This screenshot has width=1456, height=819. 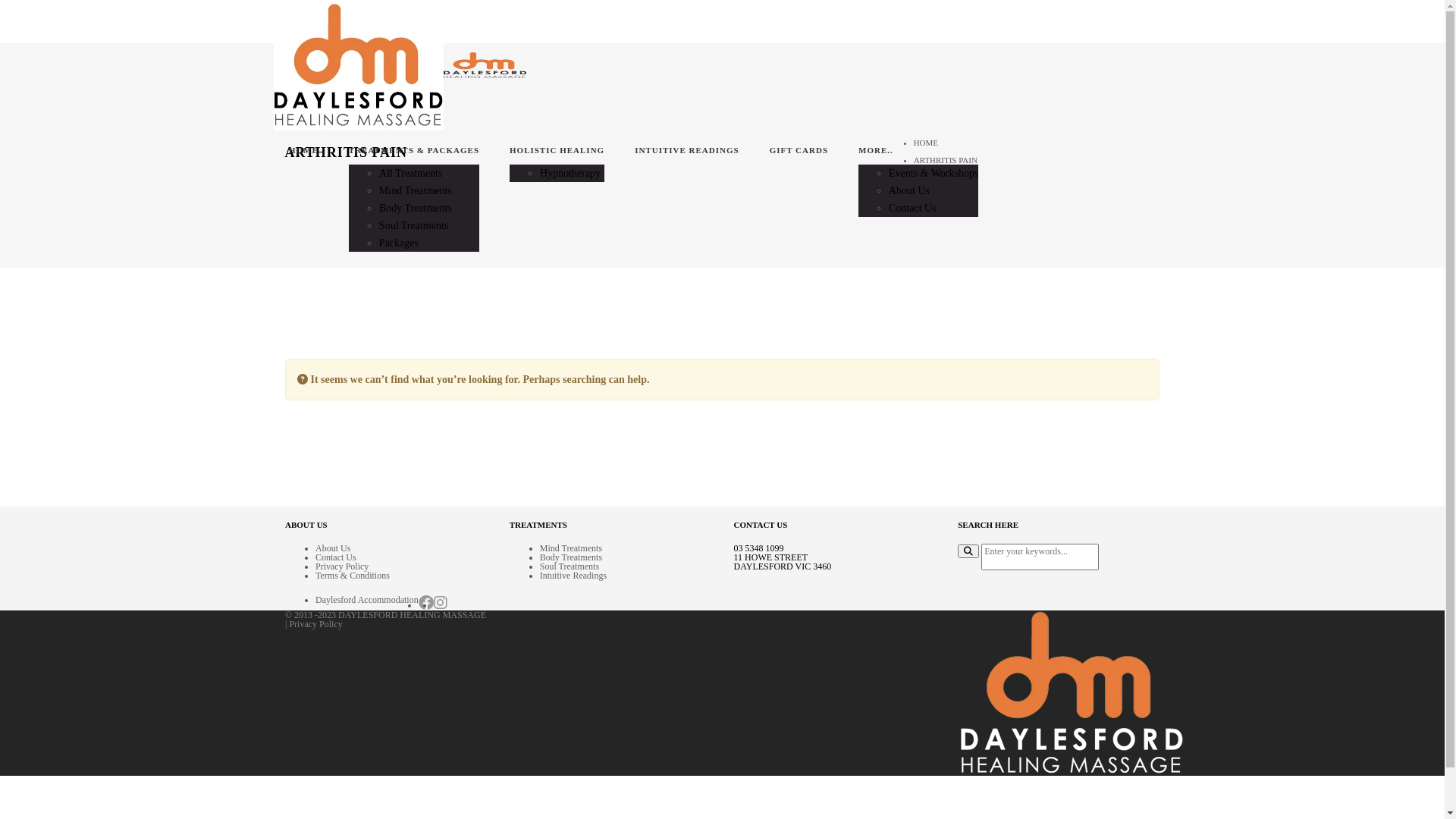 I want to click on 'Contact Us', so click(x=315, y=557).